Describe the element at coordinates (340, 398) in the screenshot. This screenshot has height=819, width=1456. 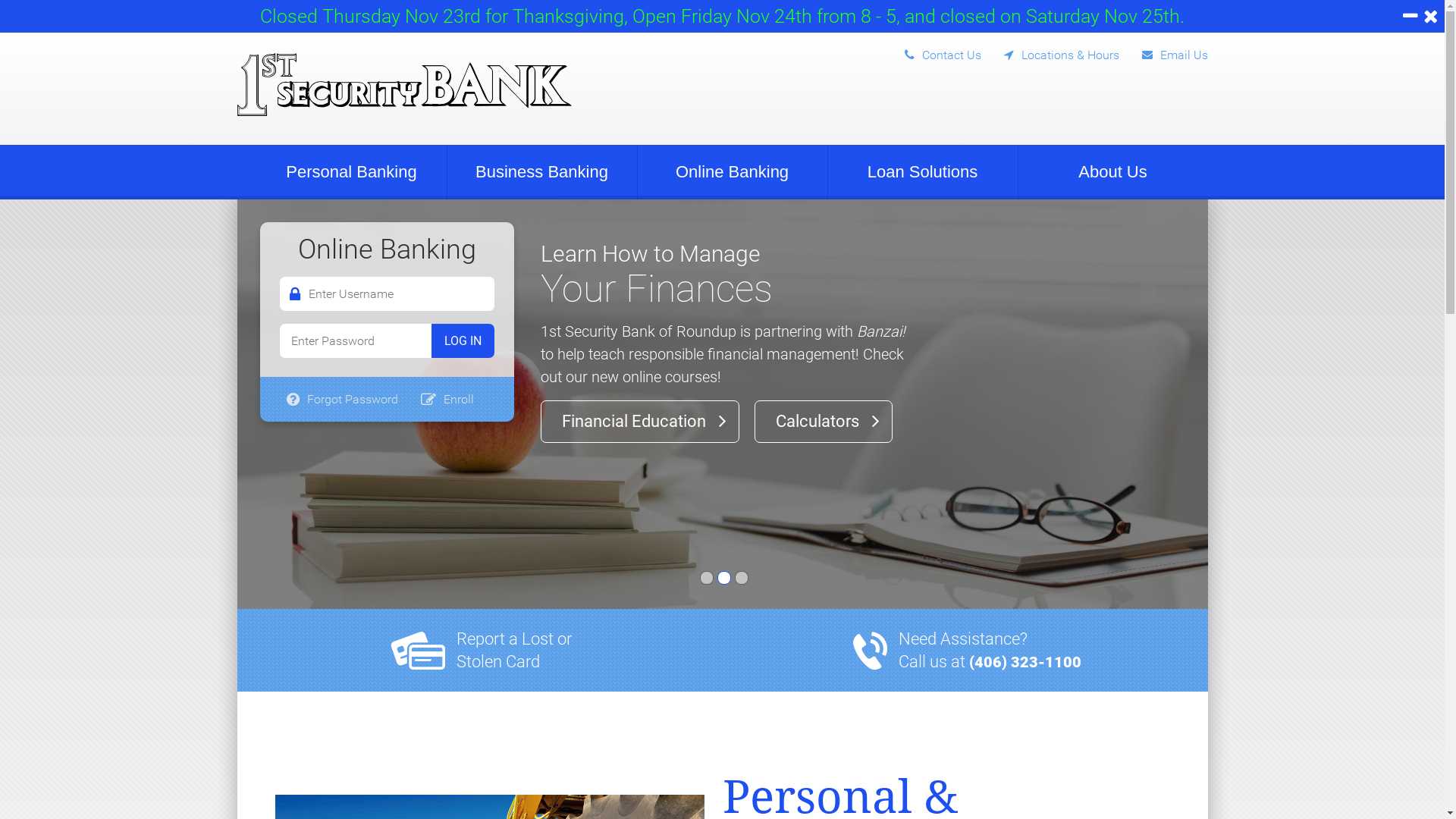
I see `'Forgot Password'` at that location.